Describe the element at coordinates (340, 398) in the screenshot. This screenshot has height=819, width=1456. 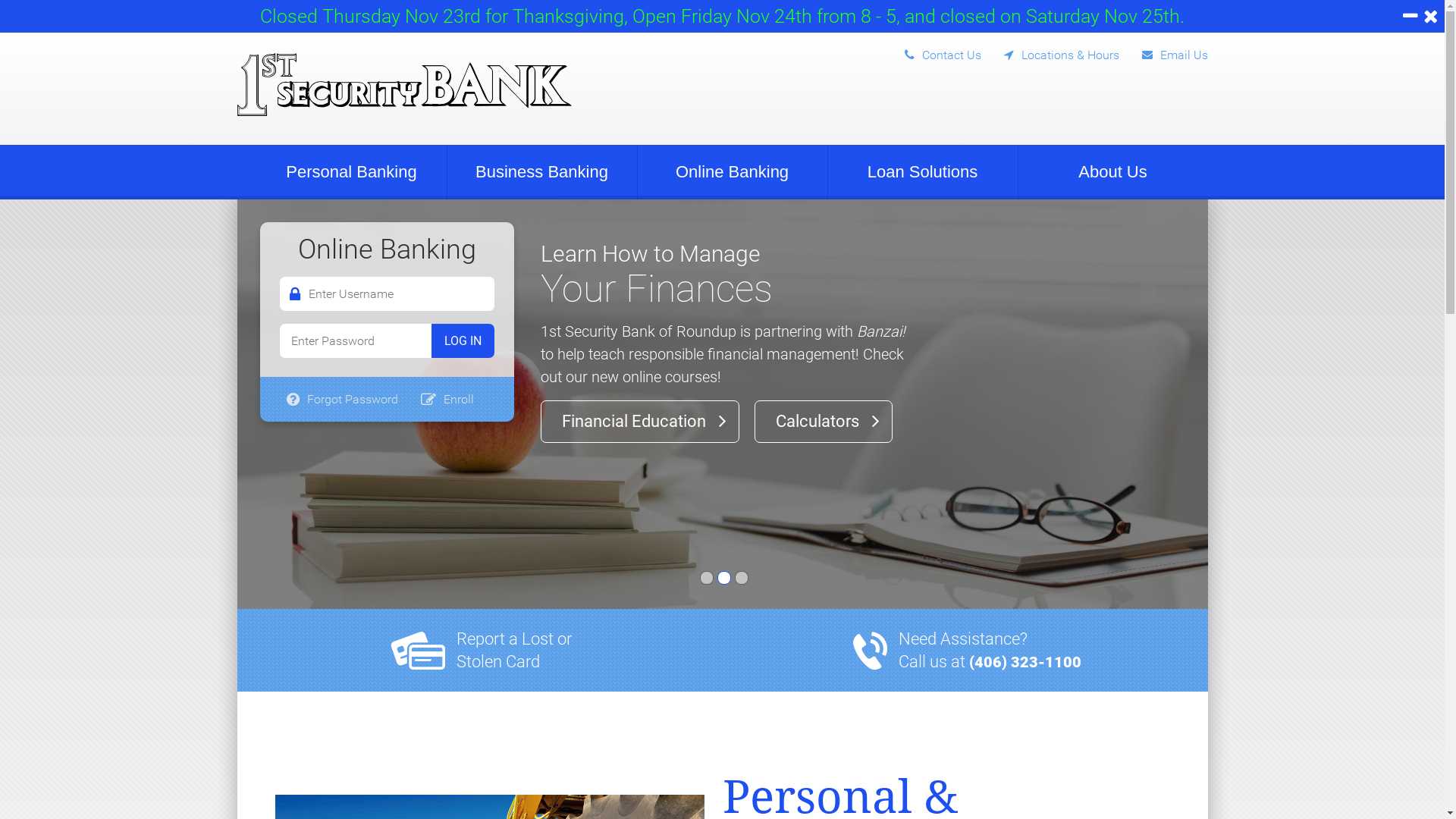
I see `'Forgot Password'` at that location.